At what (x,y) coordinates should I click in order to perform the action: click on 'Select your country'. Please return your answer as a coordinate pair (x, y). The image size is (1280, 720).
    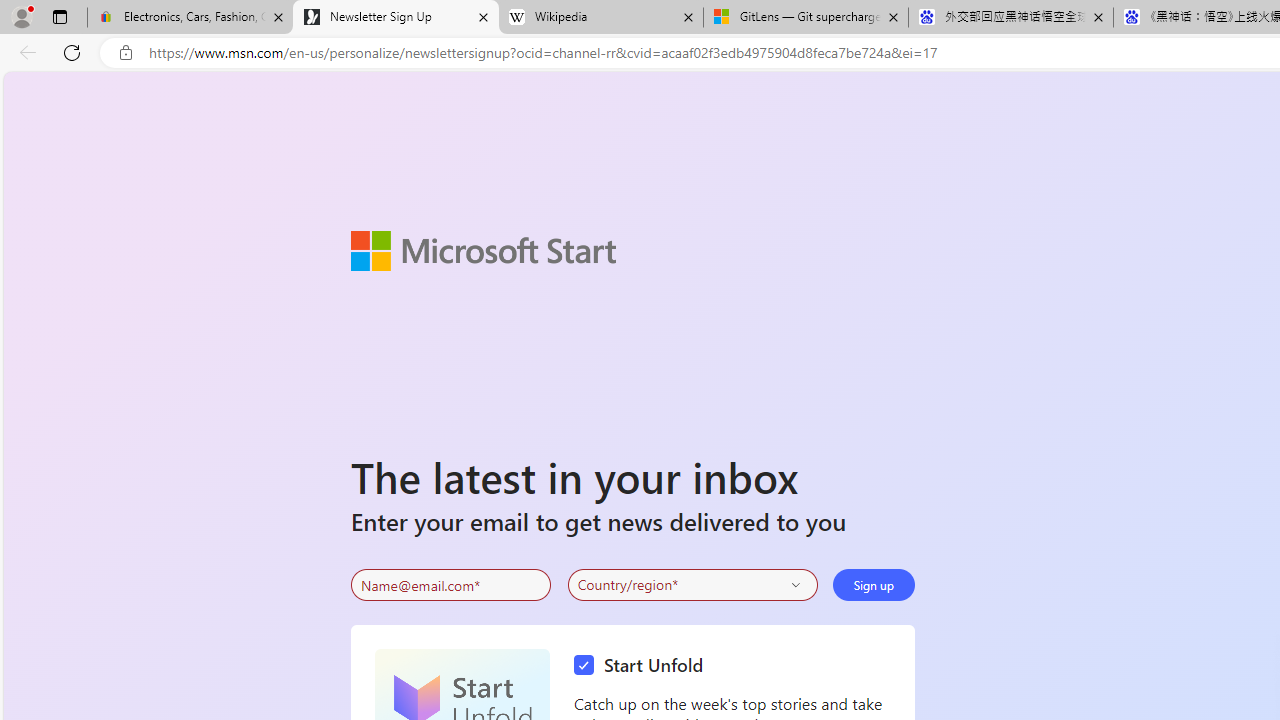
    Looking at the image, I should click on (692, 585).